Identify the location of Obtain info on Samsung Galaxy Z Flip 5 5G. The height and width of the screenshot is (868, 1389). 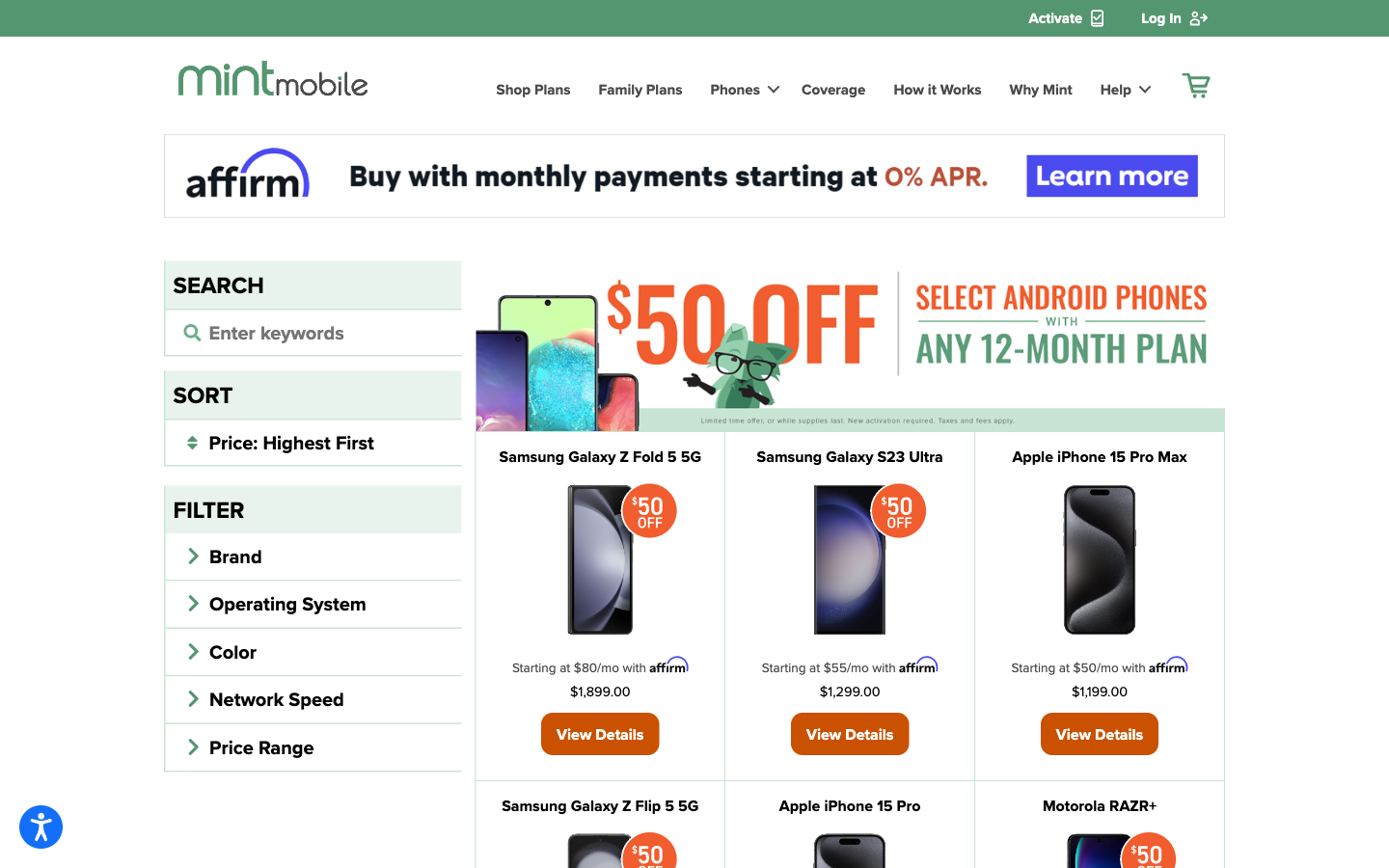
(598, 805).